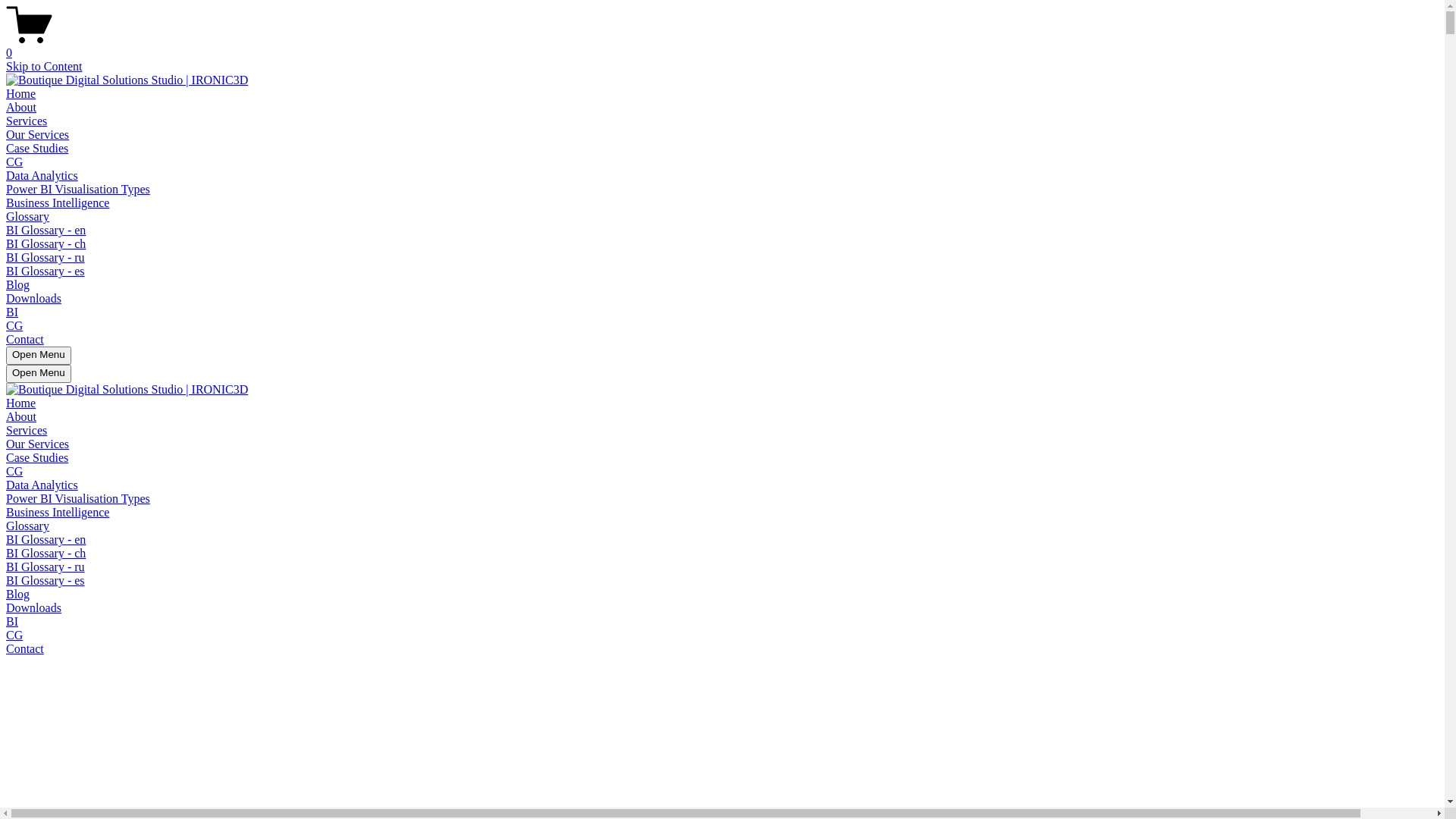 Image resolution: width=1456 pixels, height=819 pixels. Describe the element at coordinates (14, 325) in the screenshot. I see `'CG'` at that location.